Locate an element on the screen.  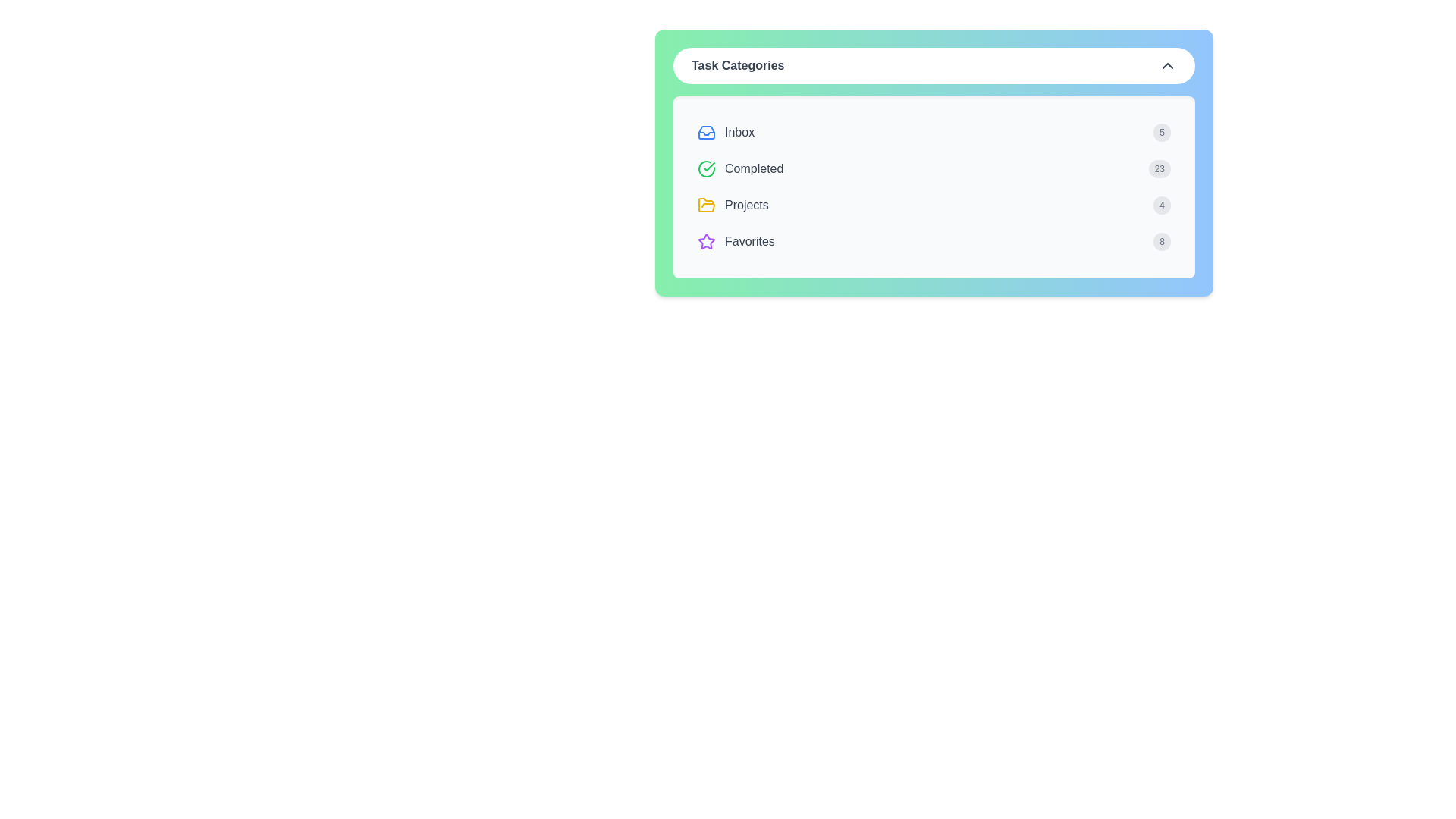
the small circular badge with a light gray background and the number '8' in gray font, located on the far right side of the 'Favorites' list item is located at coordinates (1161, 241).